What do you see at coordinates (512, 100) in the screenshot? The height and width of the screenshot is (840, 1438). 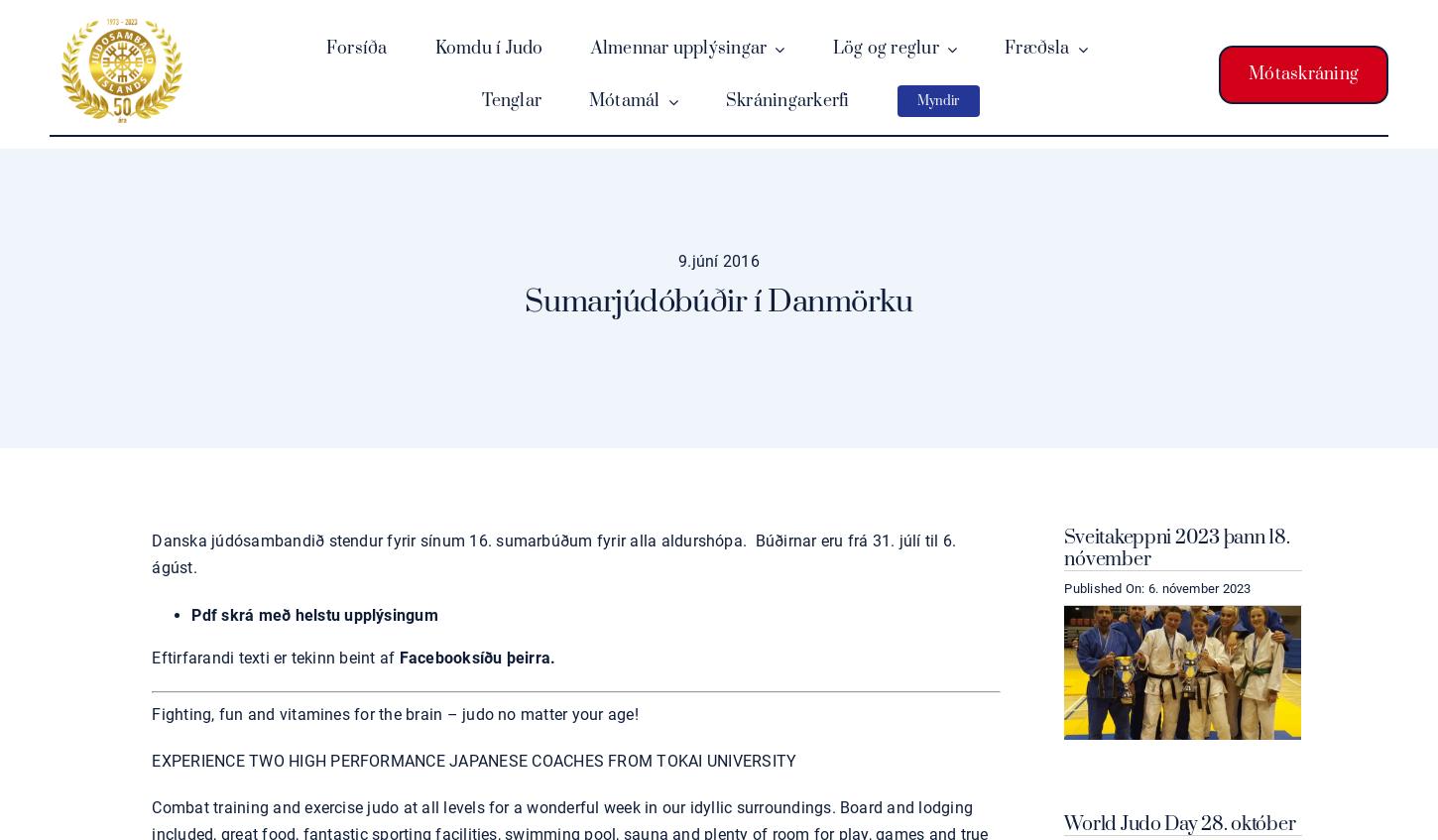 I see `'Tenglar'` at bounding box center [512, 100].